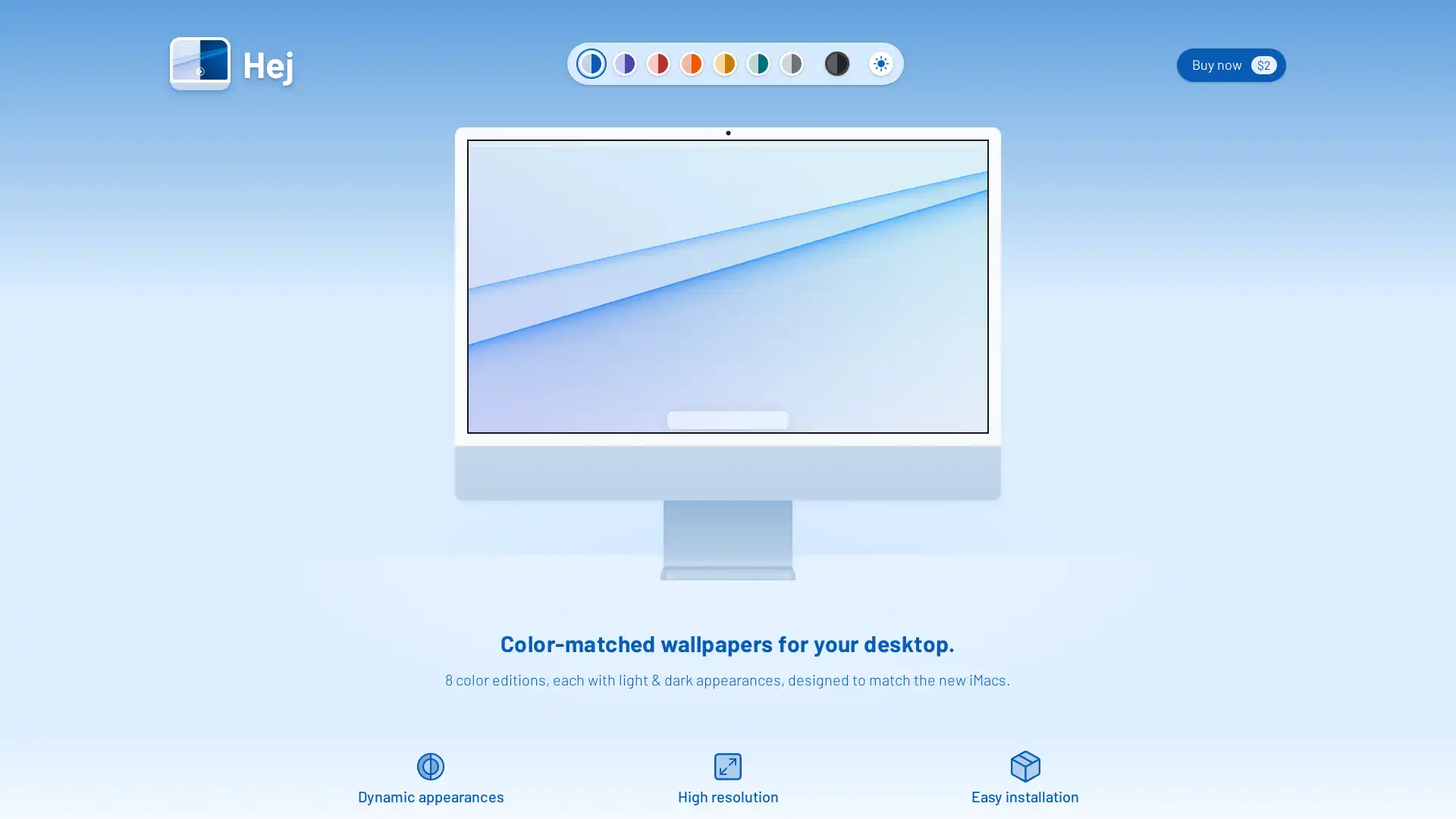 This screenshot has width=1456, height=819. I want to click on Set theme to silver, so click(790, 63).